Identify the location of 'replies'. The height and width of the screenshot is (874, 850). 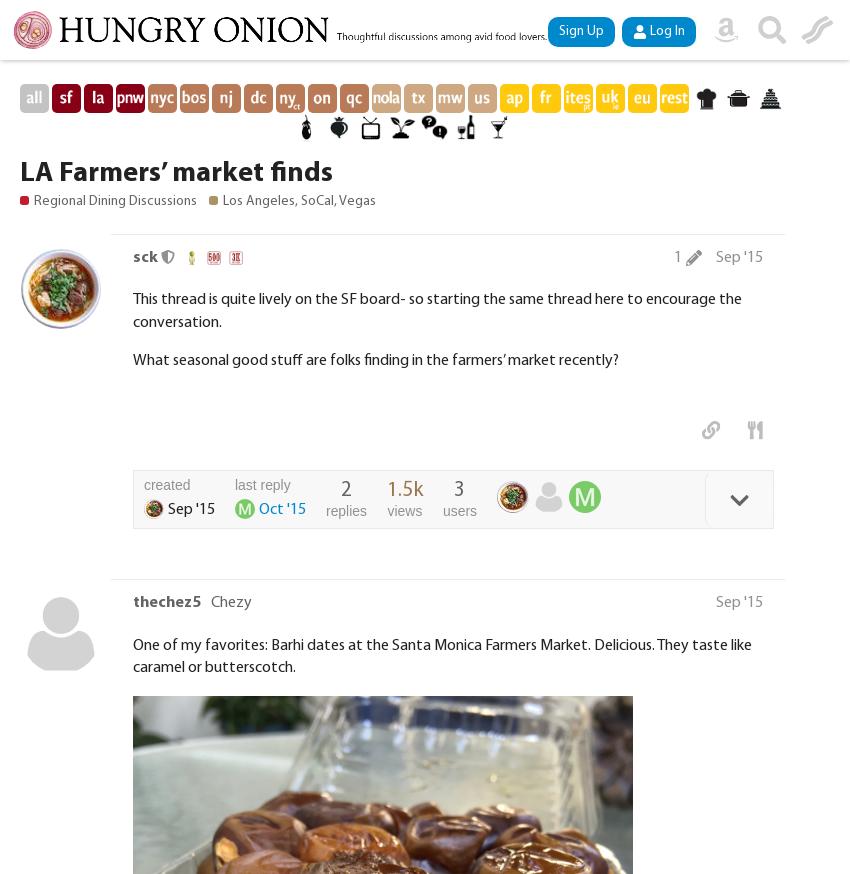
(345, 508).